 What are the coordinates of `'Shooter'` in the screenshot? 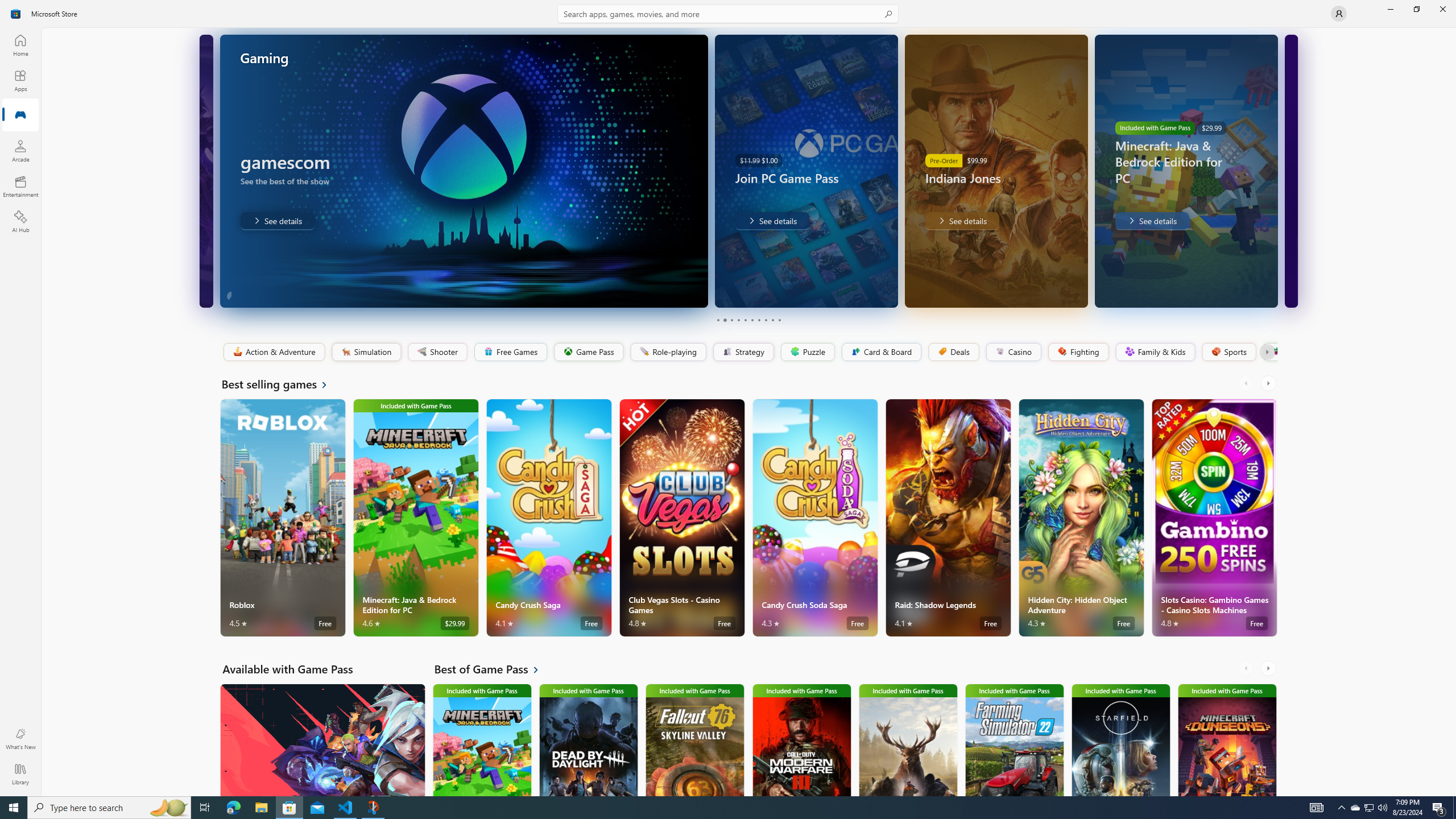 It's located at (436, 351).